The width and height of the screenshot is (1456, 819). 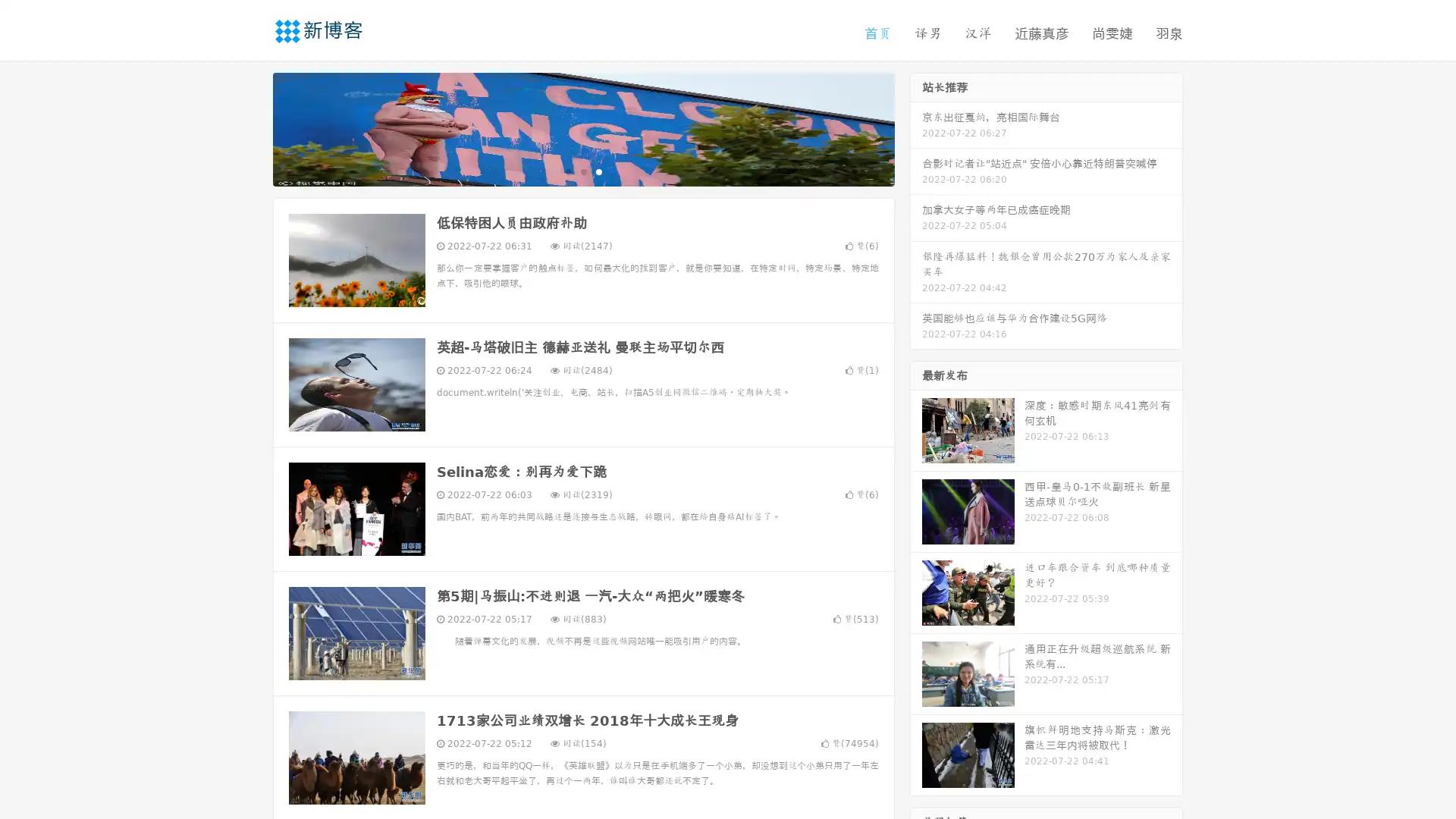 What do you see at coordinates (250, 127) in the screenshot?
I see `Previous slide` at bounding box center [250, 127].